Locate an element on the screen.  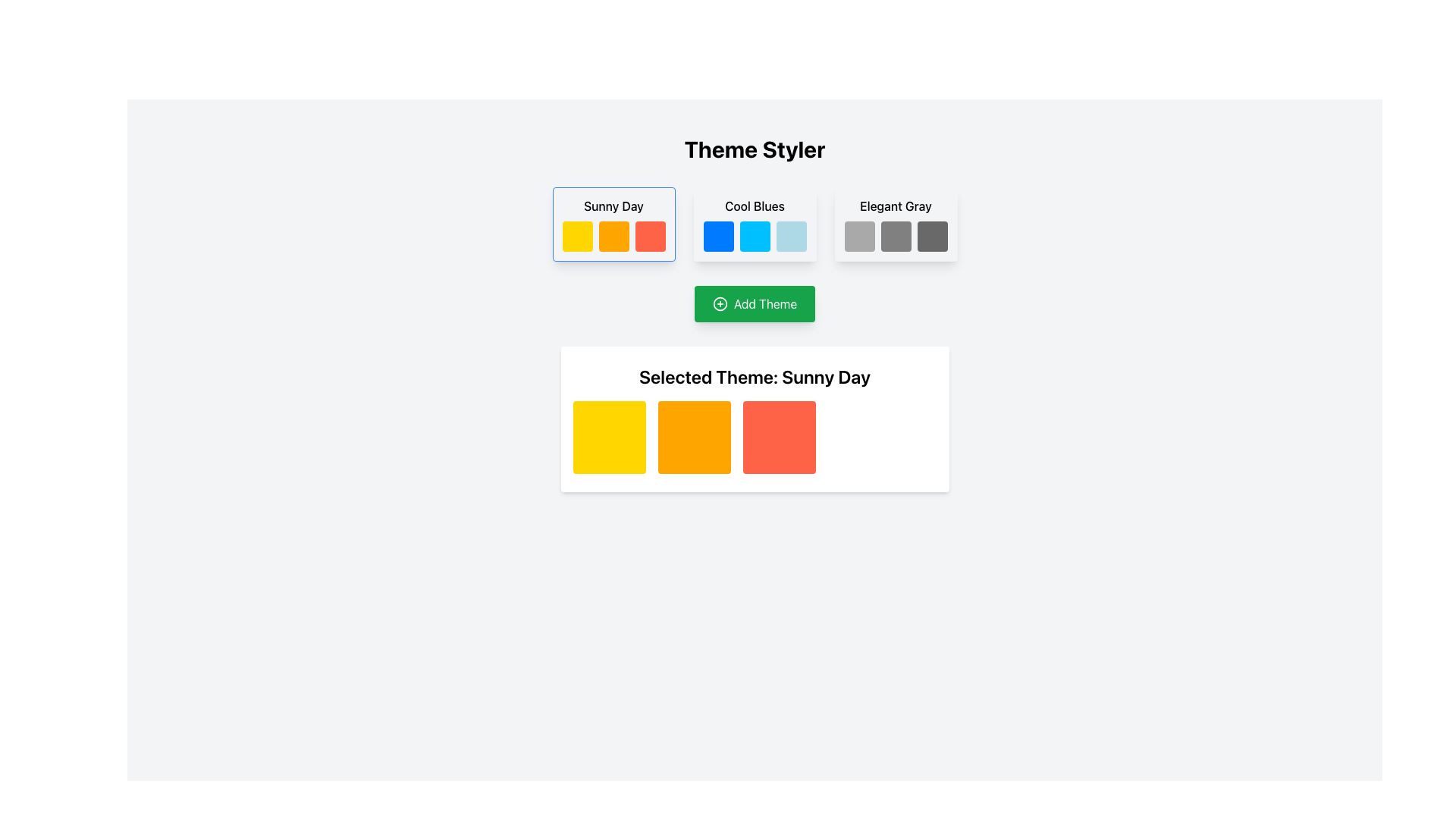
the square in the 'Elegant Gray' theme box is located at coordinates (896, 224).